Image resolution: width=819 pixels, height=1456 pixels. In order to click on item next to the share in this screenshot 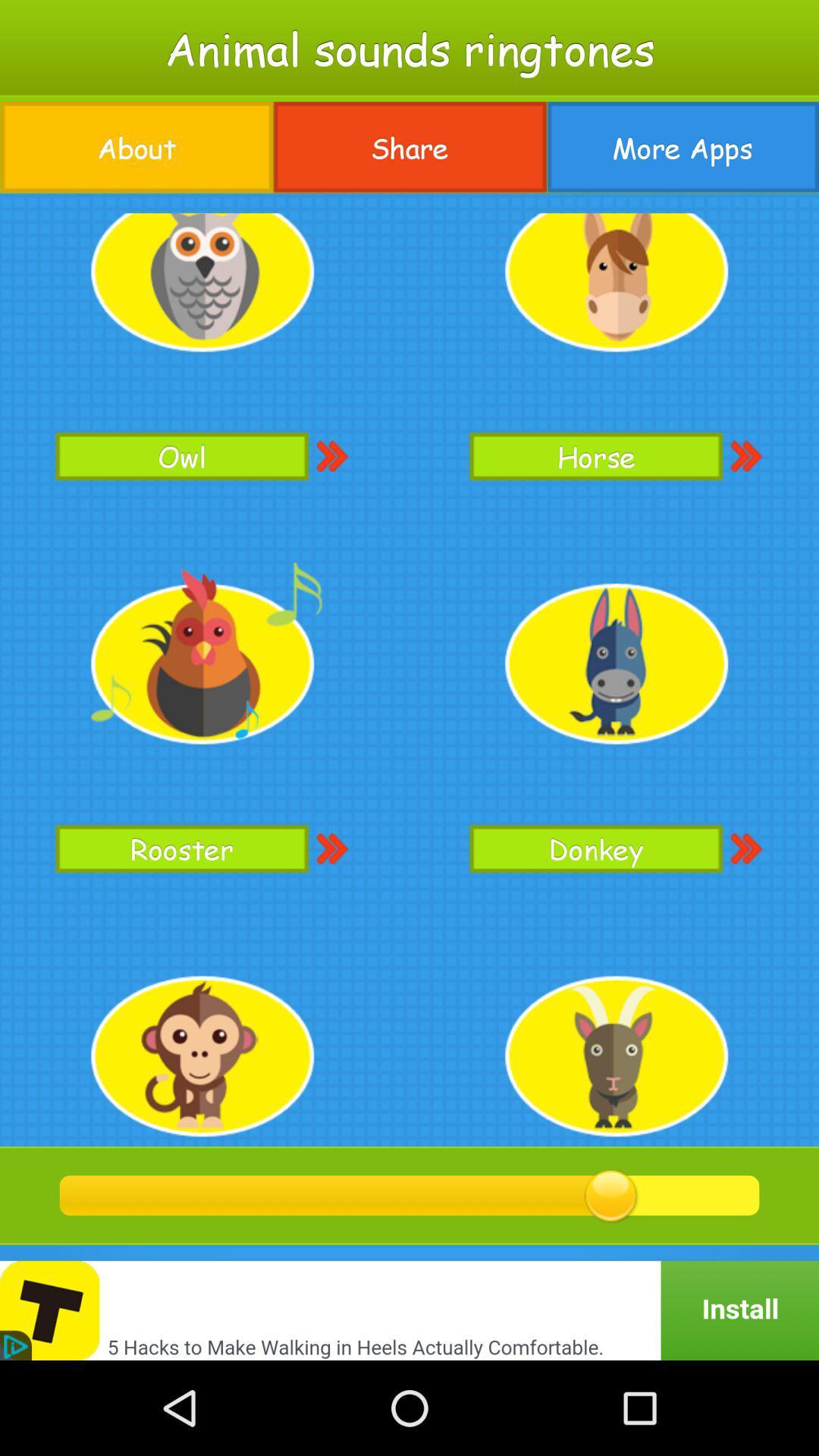, I will do `click(136, 147)`.